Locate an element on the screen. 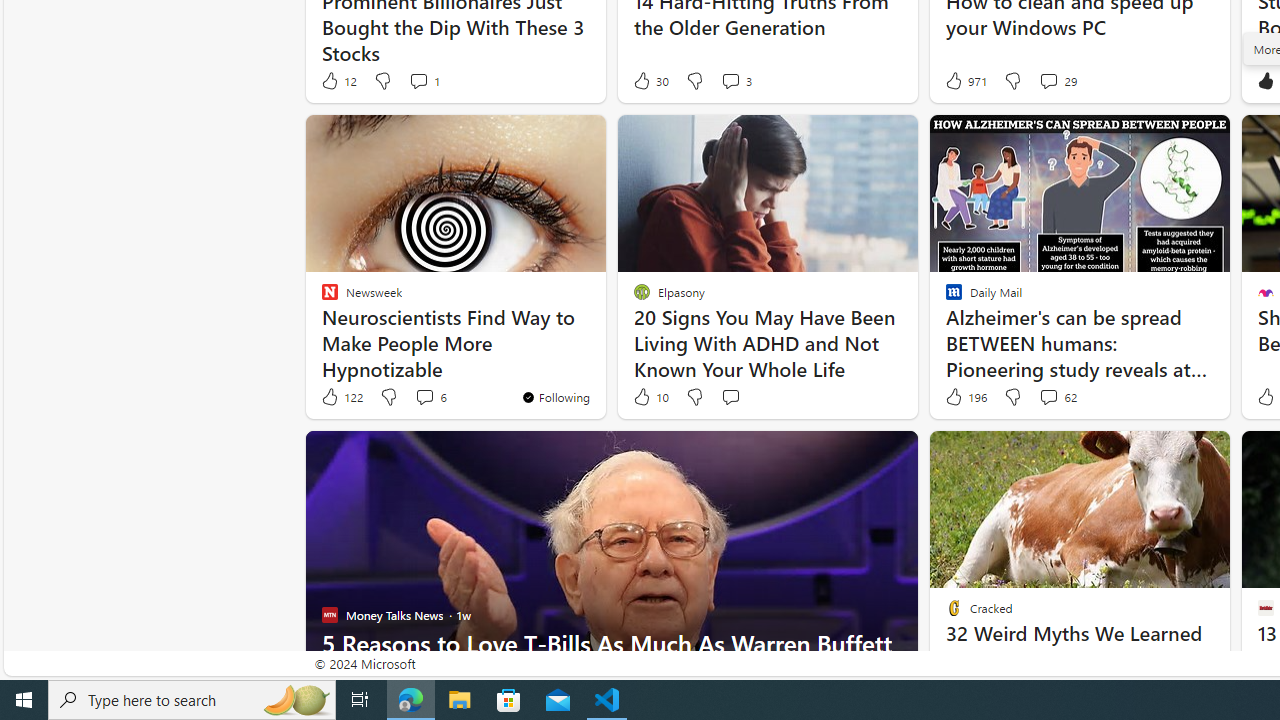 The height and width of the screenshot is (720, 1280). '971 Like' is located at coordinates (964, 80).